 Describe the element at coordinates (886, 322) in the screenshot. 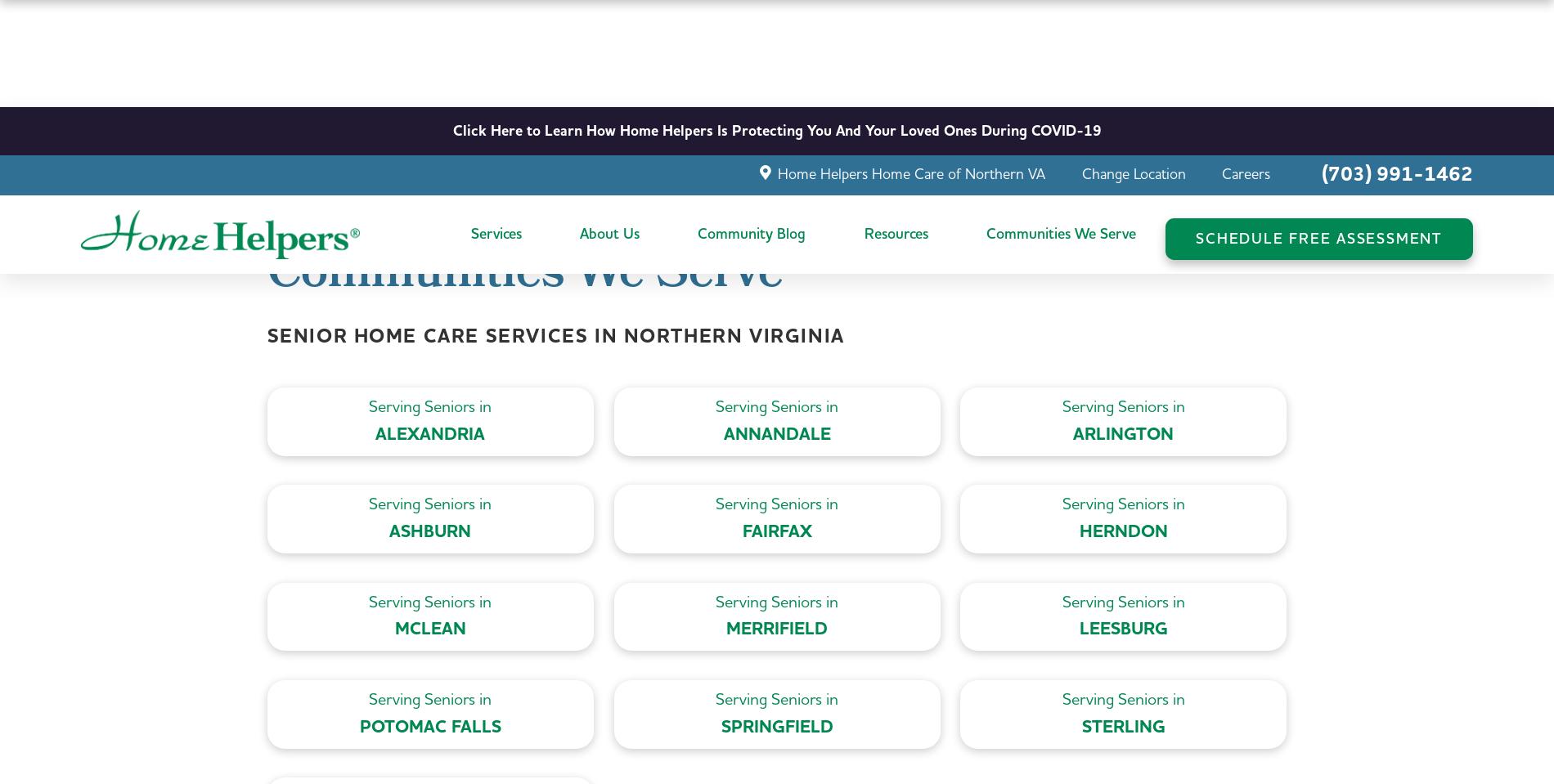

I see `'Military'` at that location.